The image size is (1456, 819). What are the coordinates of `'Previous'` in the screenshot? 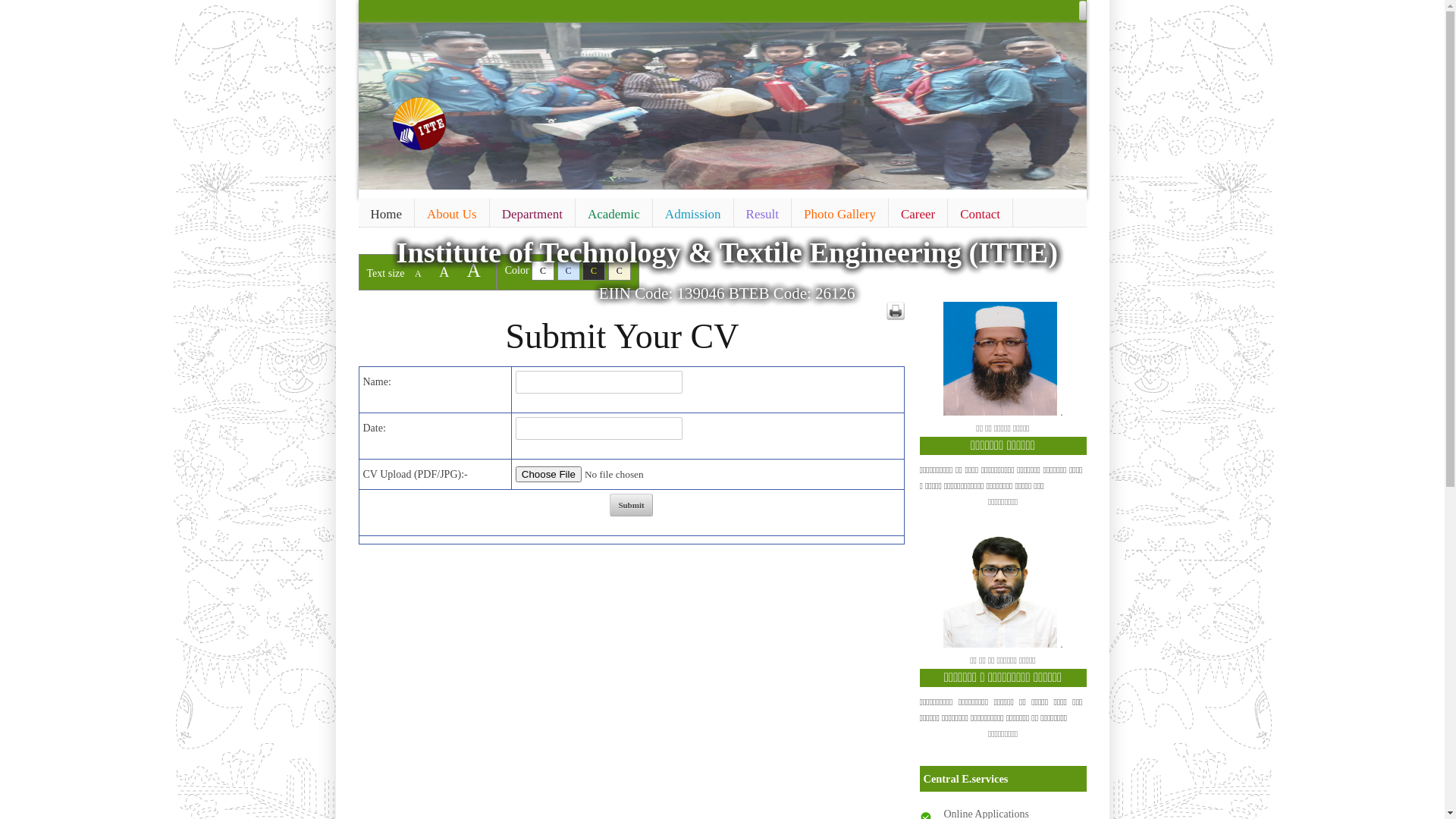 It's located at (372, 102).